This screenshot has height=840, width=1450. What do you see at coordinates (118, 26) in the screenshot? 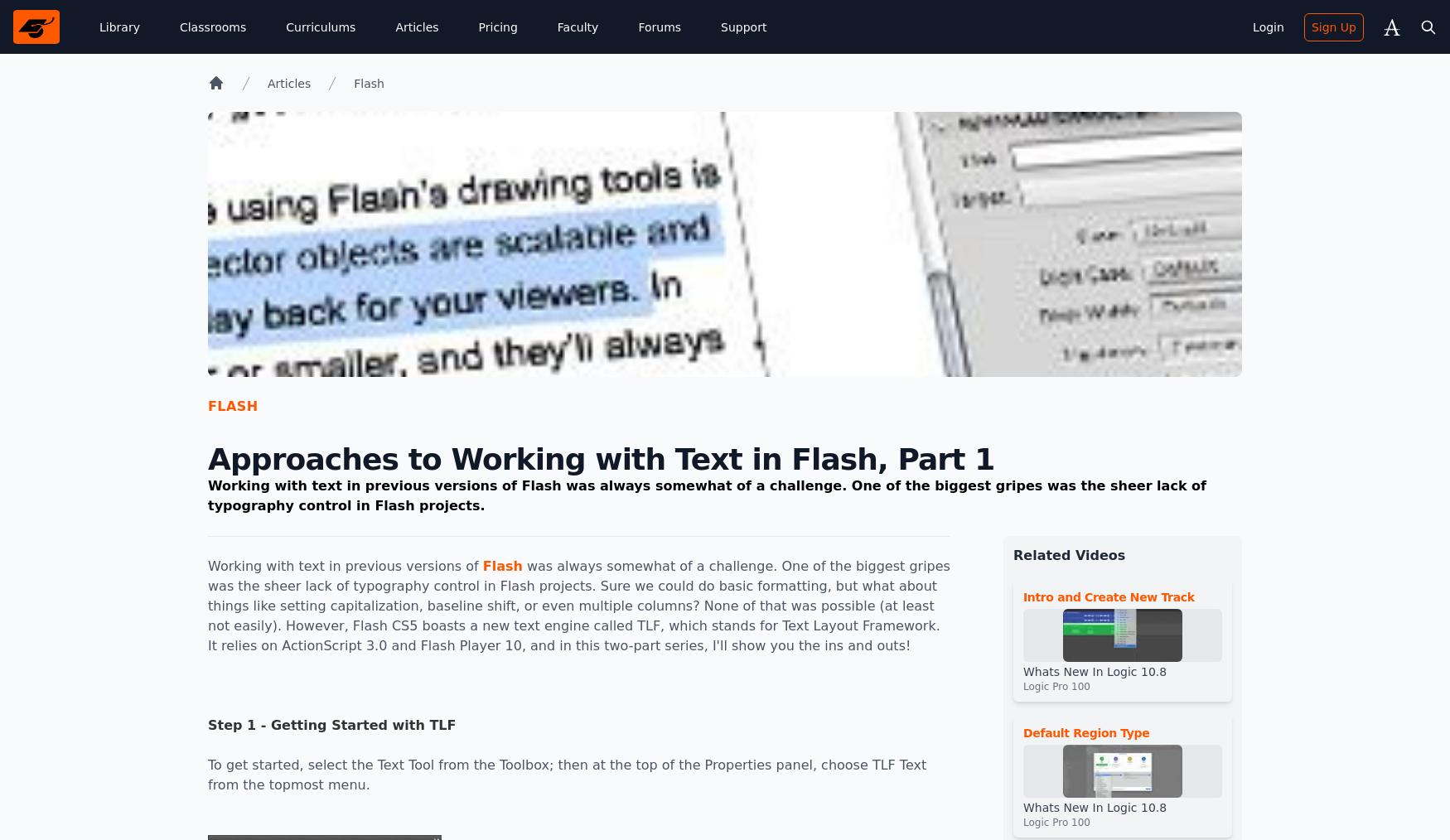
I see `'Library'` at bounding box center [118, 26].